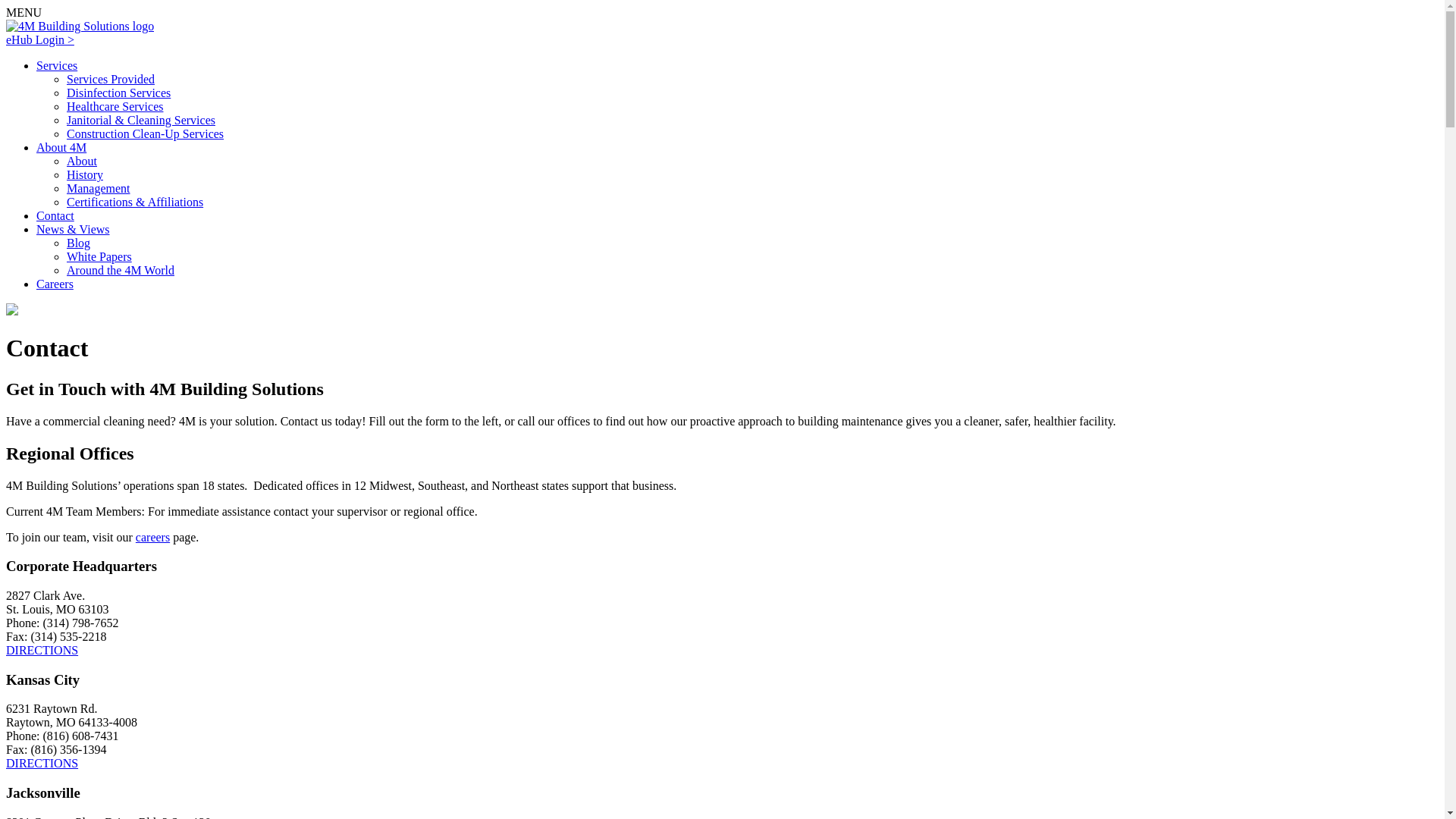 The image size is (1456, 819). Describe the element at coordinates (119, 269) in the screenshot. I see `'Around the 4M World'` at that location.